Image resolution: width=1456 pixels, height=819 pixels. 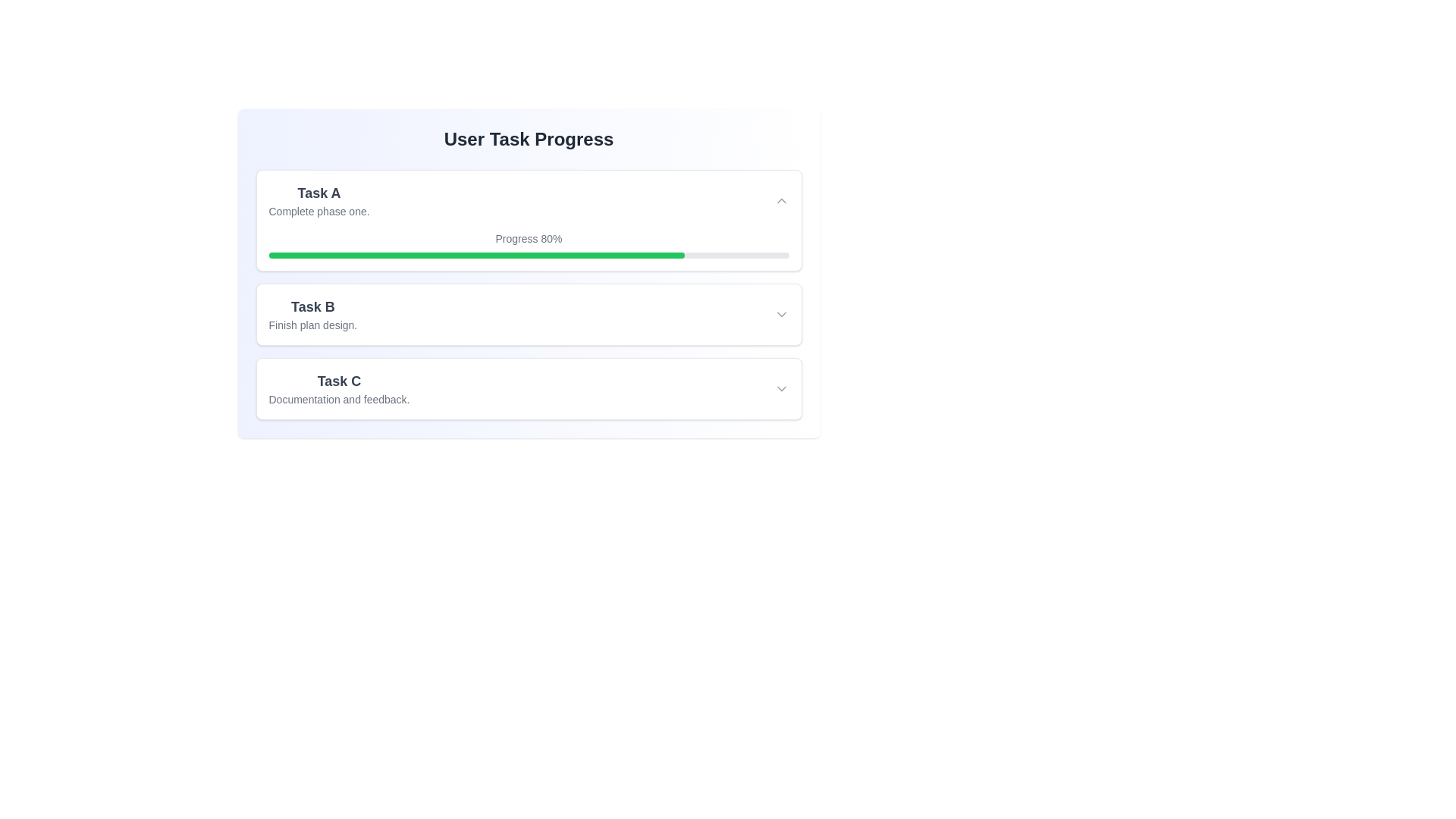 I want to click on the upward-pointing triangular icon button, which is styled in gray and changes to blue on hover, located at the top-right corner of the task card titled 'Task A.', so click(x=781, y=200).